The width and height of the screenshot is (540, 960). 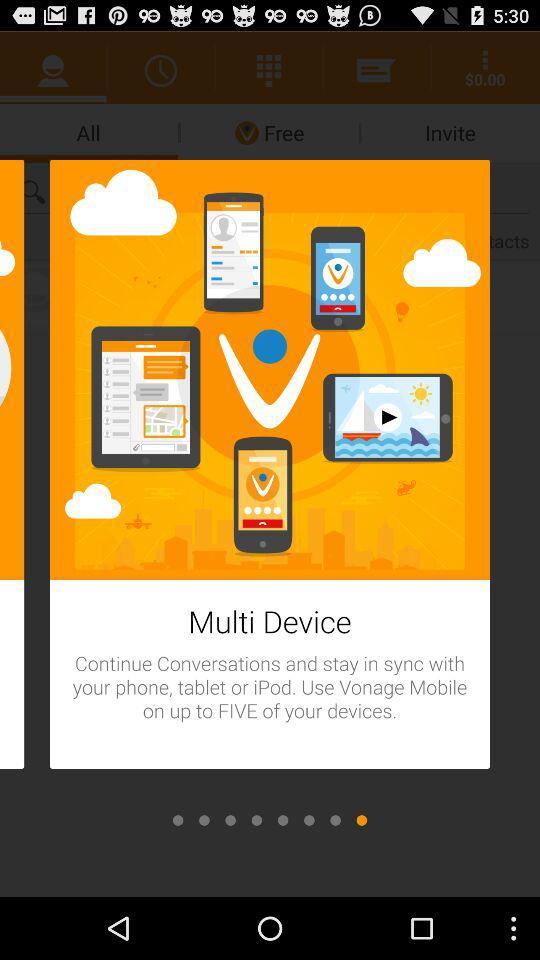 I want to click on open tabs, so click(x=282, y=820).